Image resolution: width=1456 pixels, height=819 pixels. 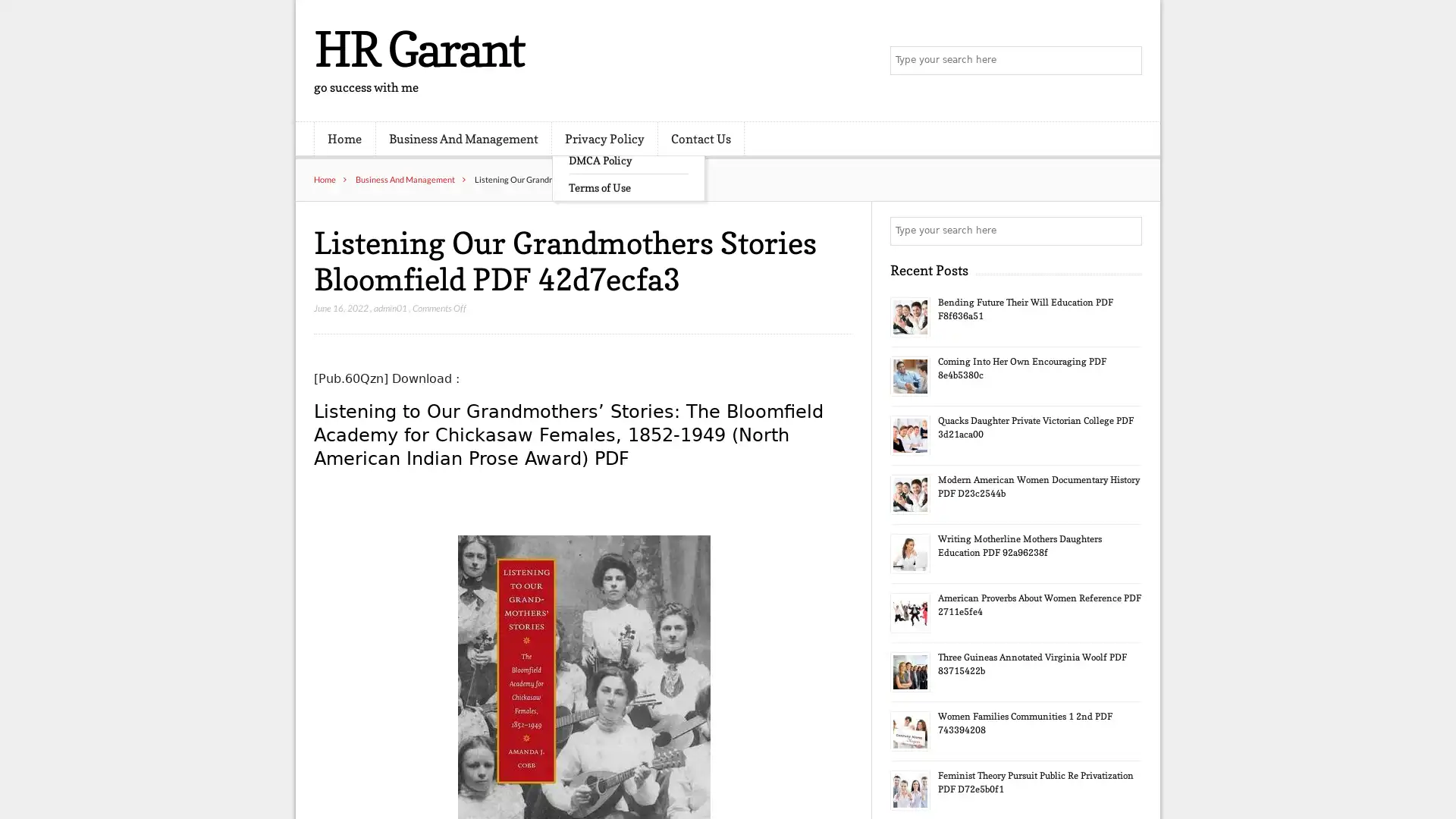 I want to click on Search, so click(x=1126, y=61).